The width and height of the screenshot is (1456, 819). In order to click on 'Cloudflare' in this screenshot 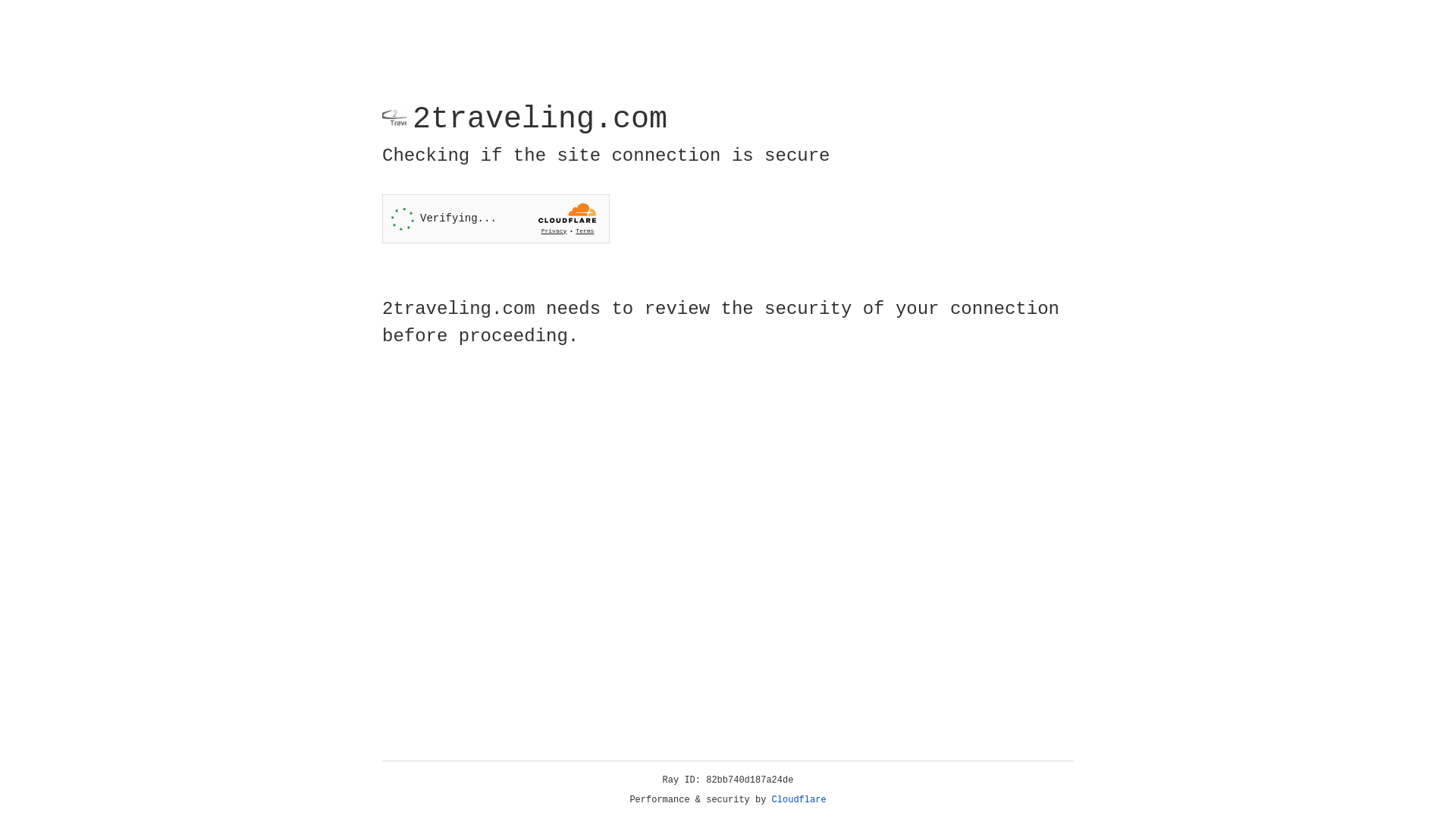, I will do `click(799, 799)`.